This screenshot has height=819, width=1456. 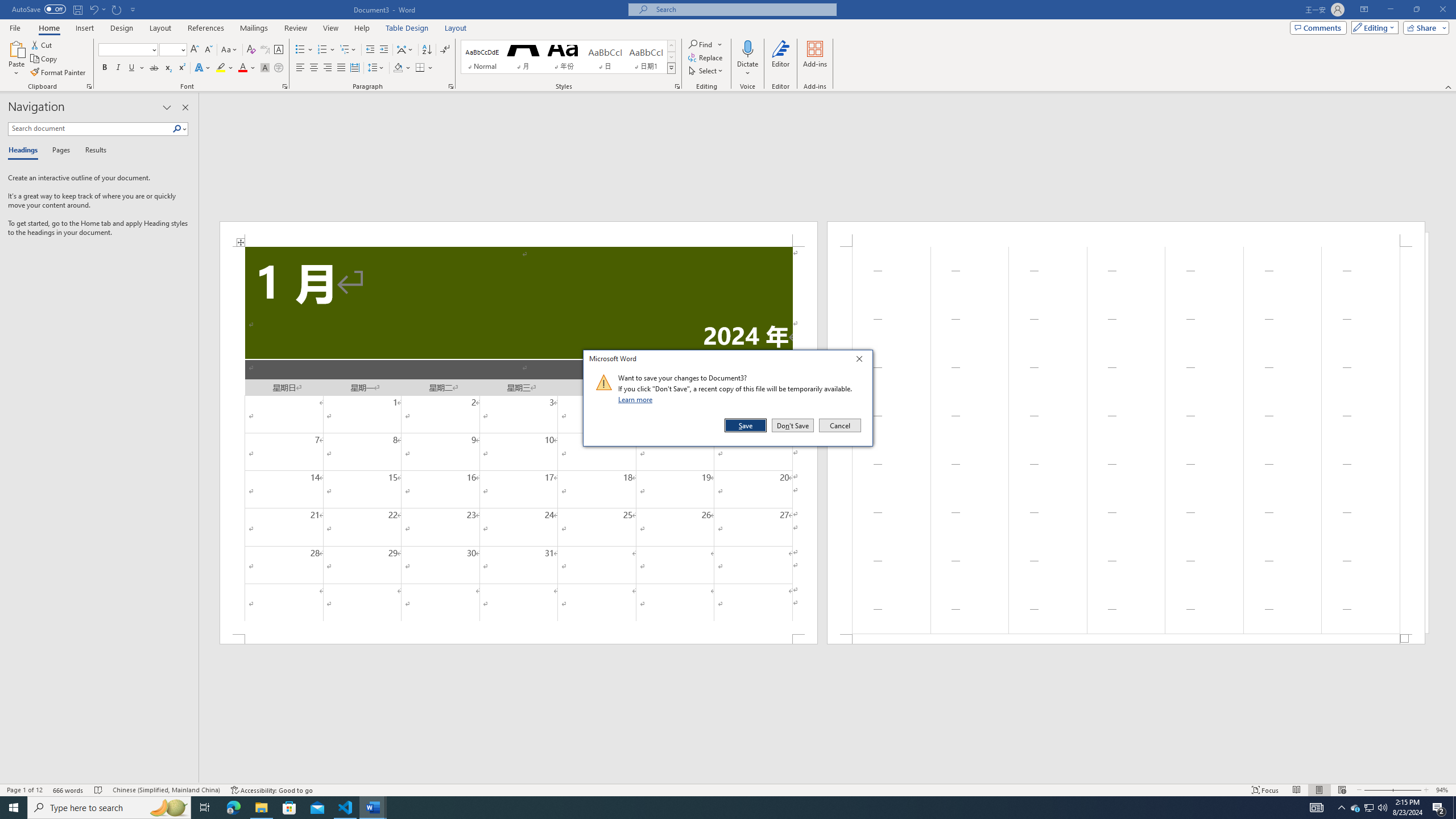 I want to click on 'Character Shading', so click(x=264, y=67).